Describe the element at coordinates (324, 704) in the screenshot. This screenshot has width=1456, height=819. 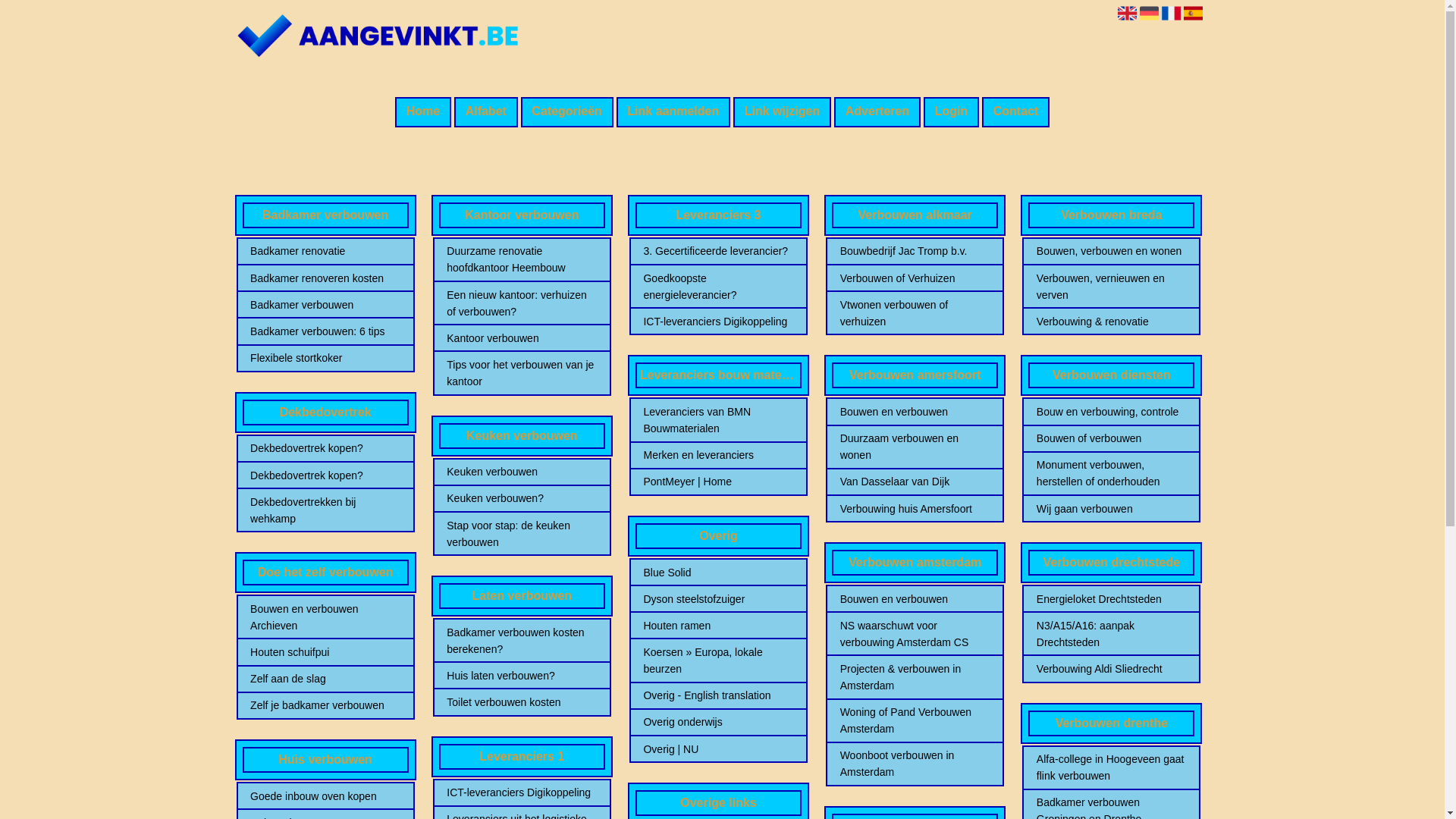
I see `'Zelf je badkamer verbouwen'` at that location.